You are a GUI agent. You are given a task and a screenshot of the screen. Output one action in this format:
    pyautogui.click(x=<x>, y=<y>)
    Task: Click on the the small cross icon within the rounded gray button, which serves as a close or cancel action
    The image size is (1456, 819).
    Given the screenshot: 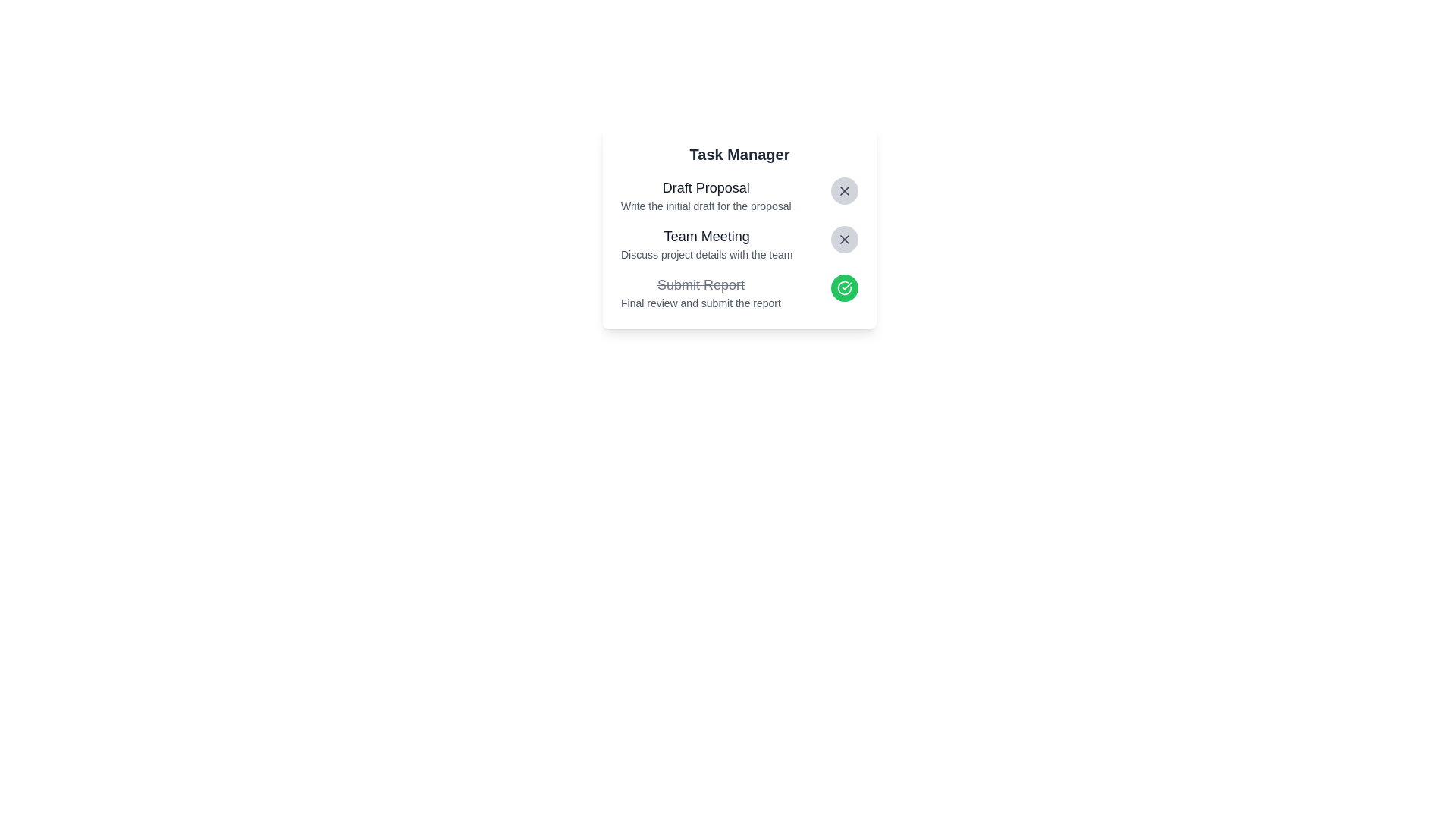 What is the action you would take?
    pyautogui.click(x=843, y=190)
    